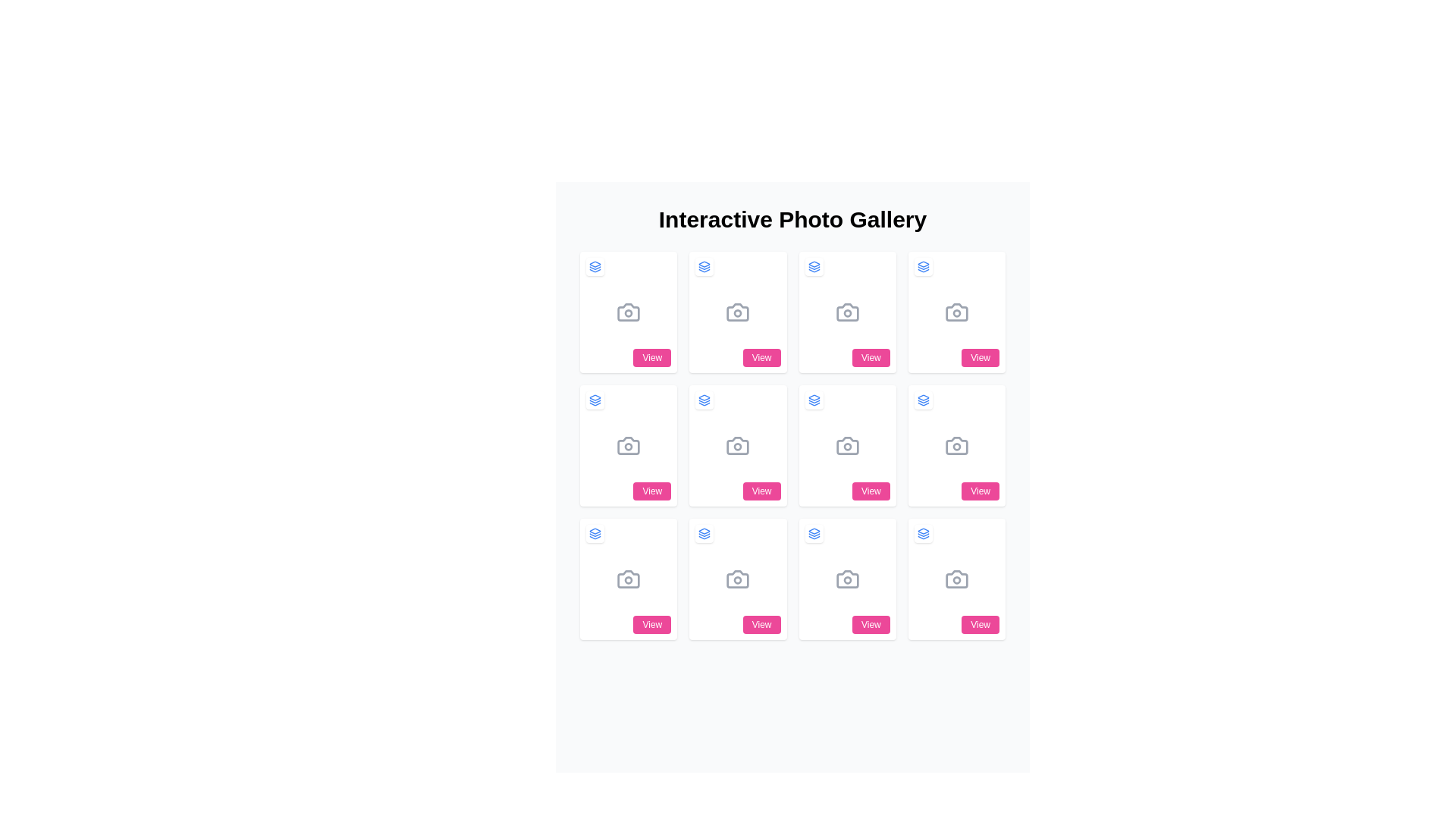 The image size is (1456, 819). What do you see at coordinates (871, 357) in the screenshot?
I see `the button with a pink background and white text reading 'View' located at the bottom-right corner of the rectangular card in the third column of the first row in a grid layout` at bounding box center [871, 357].